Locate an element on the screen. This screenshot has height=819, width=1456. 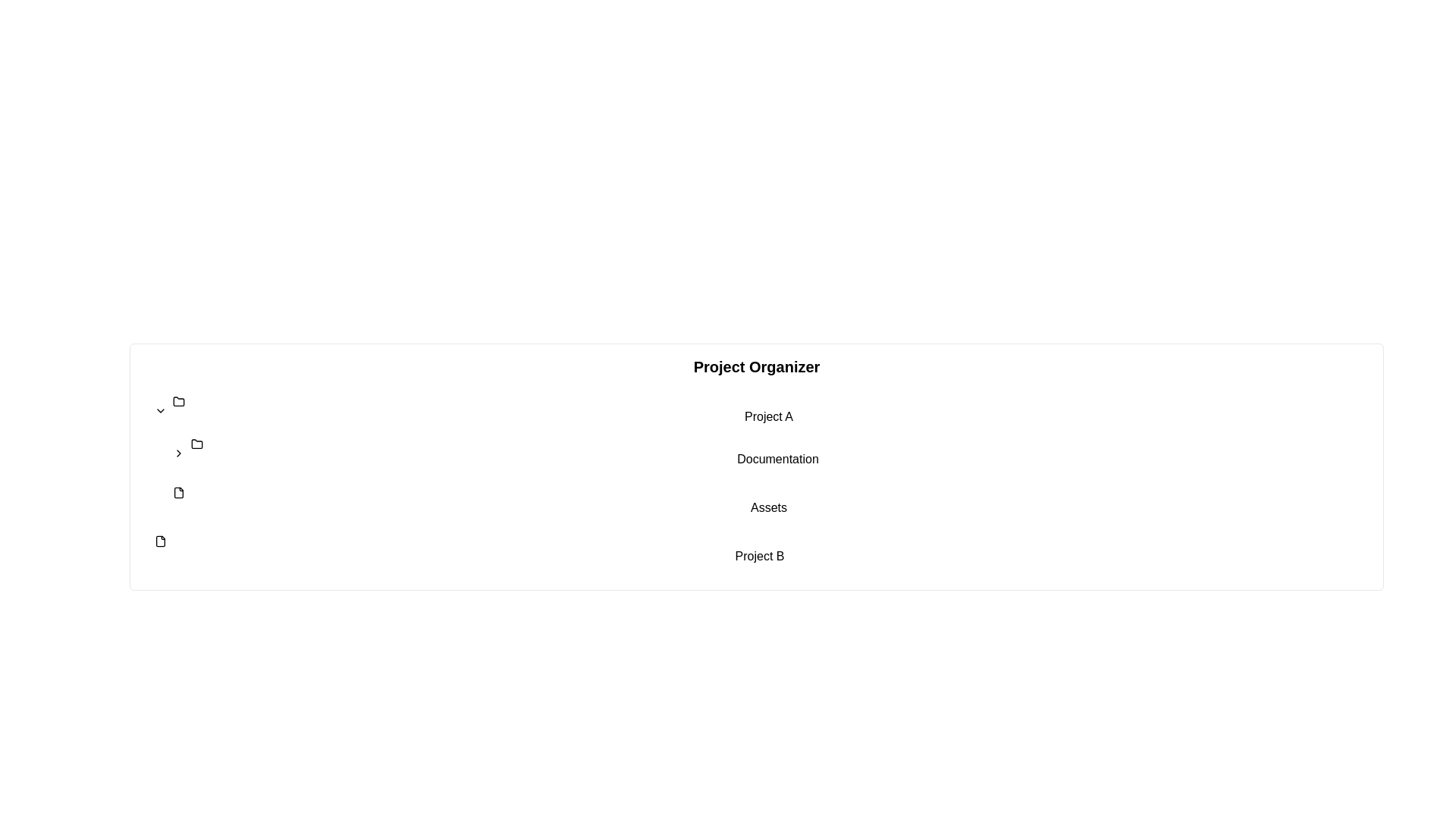
the Dropdown indicator icon associated with 'Project A' is located at coordinates (160, 411).